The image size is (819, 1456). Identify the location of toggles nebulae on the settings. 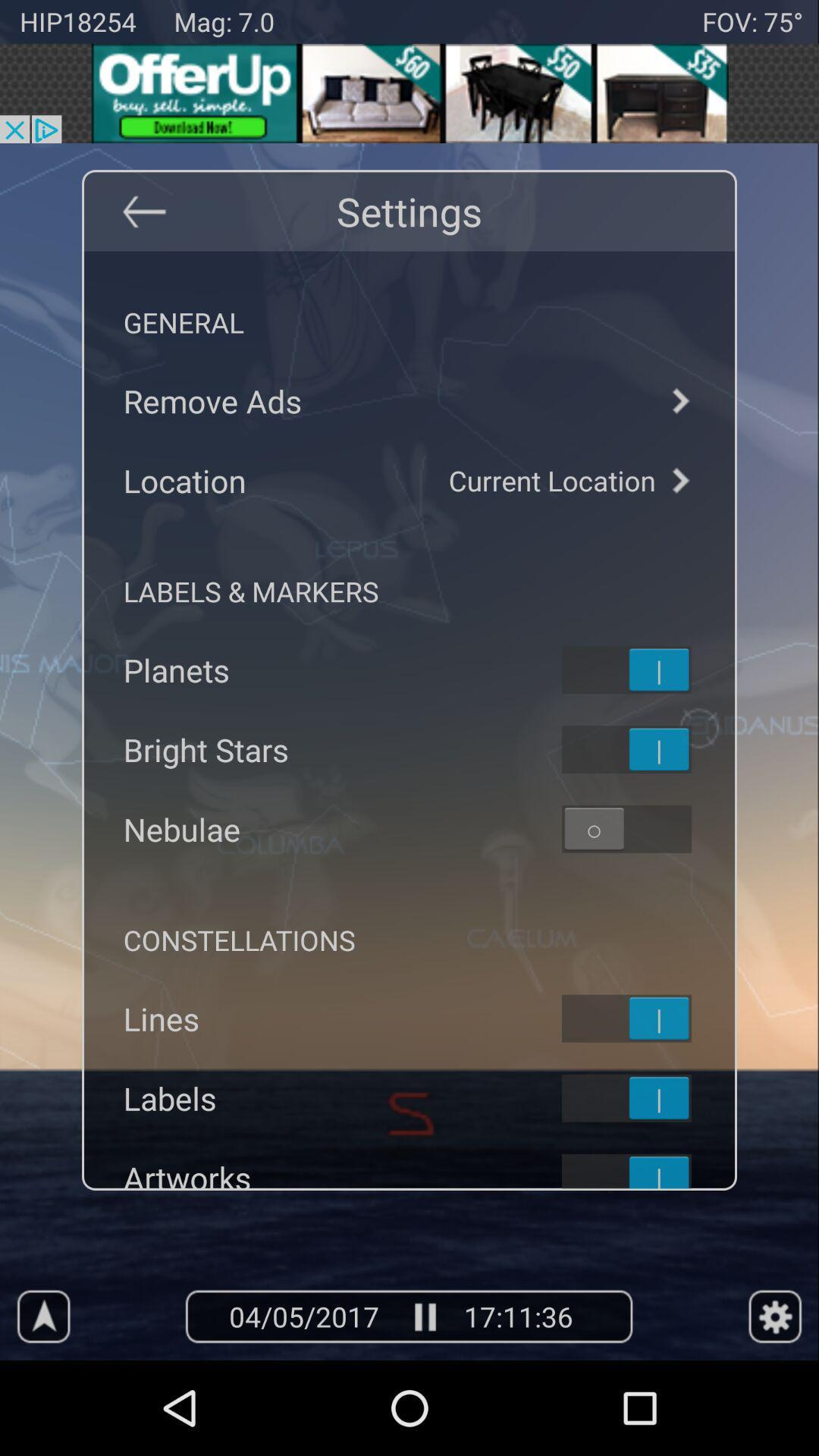
(646, 828).